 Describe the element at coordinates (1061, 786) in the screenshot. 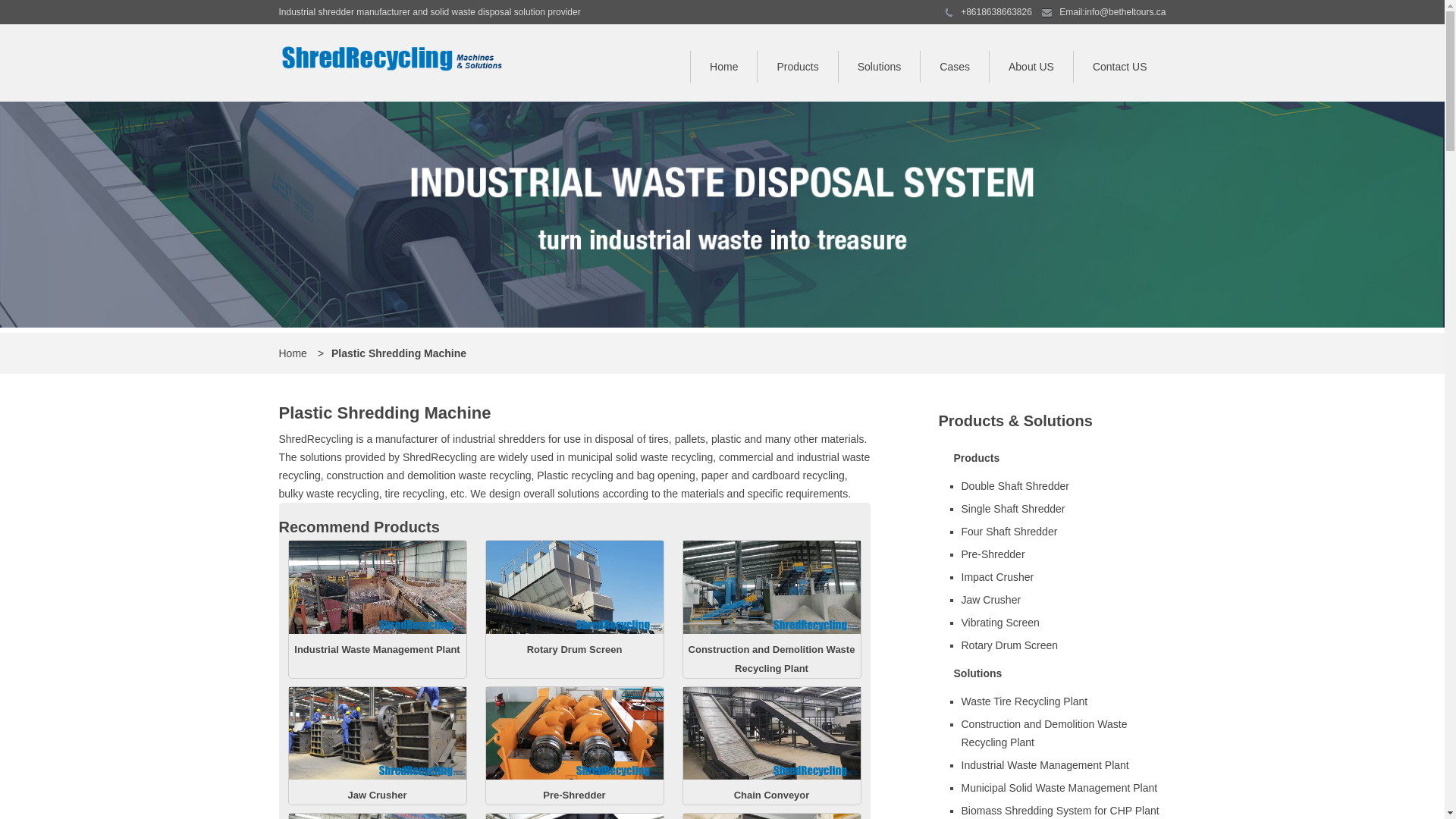

I see `'Municipal Solid Waste Management Plant'` at that location.